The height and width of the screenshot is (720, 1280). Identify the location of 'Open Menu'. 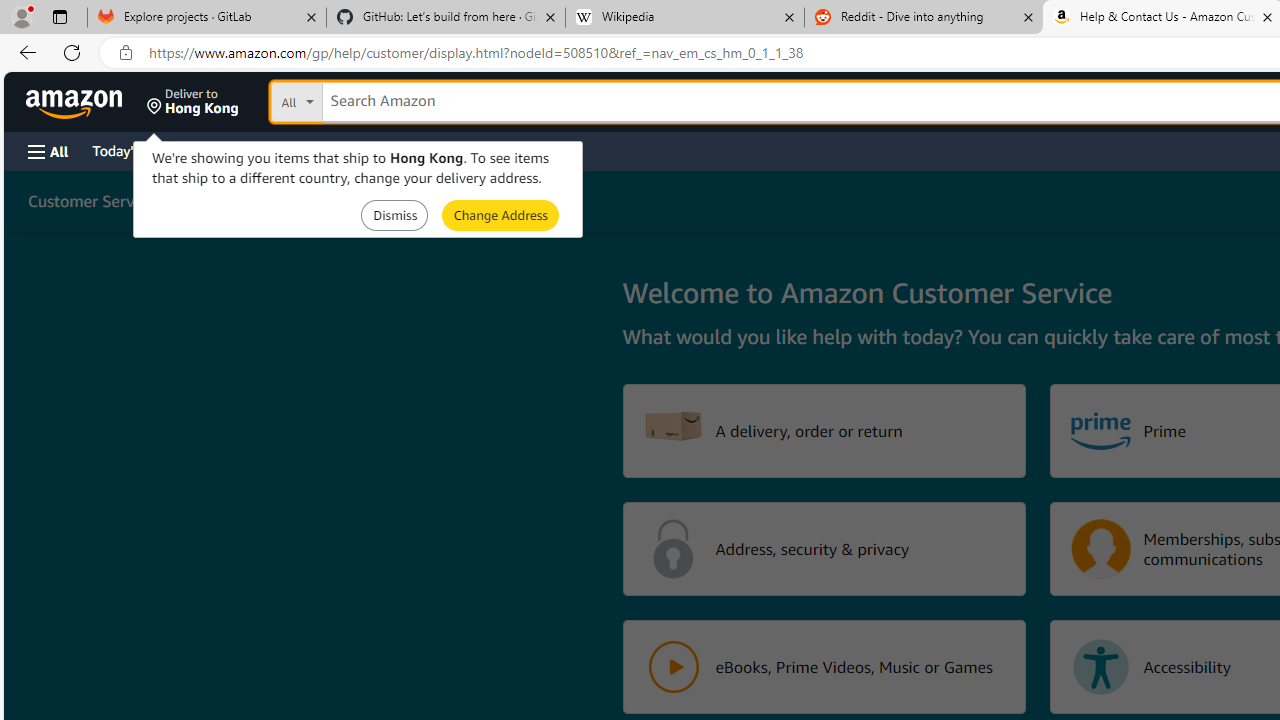
(48, 150).